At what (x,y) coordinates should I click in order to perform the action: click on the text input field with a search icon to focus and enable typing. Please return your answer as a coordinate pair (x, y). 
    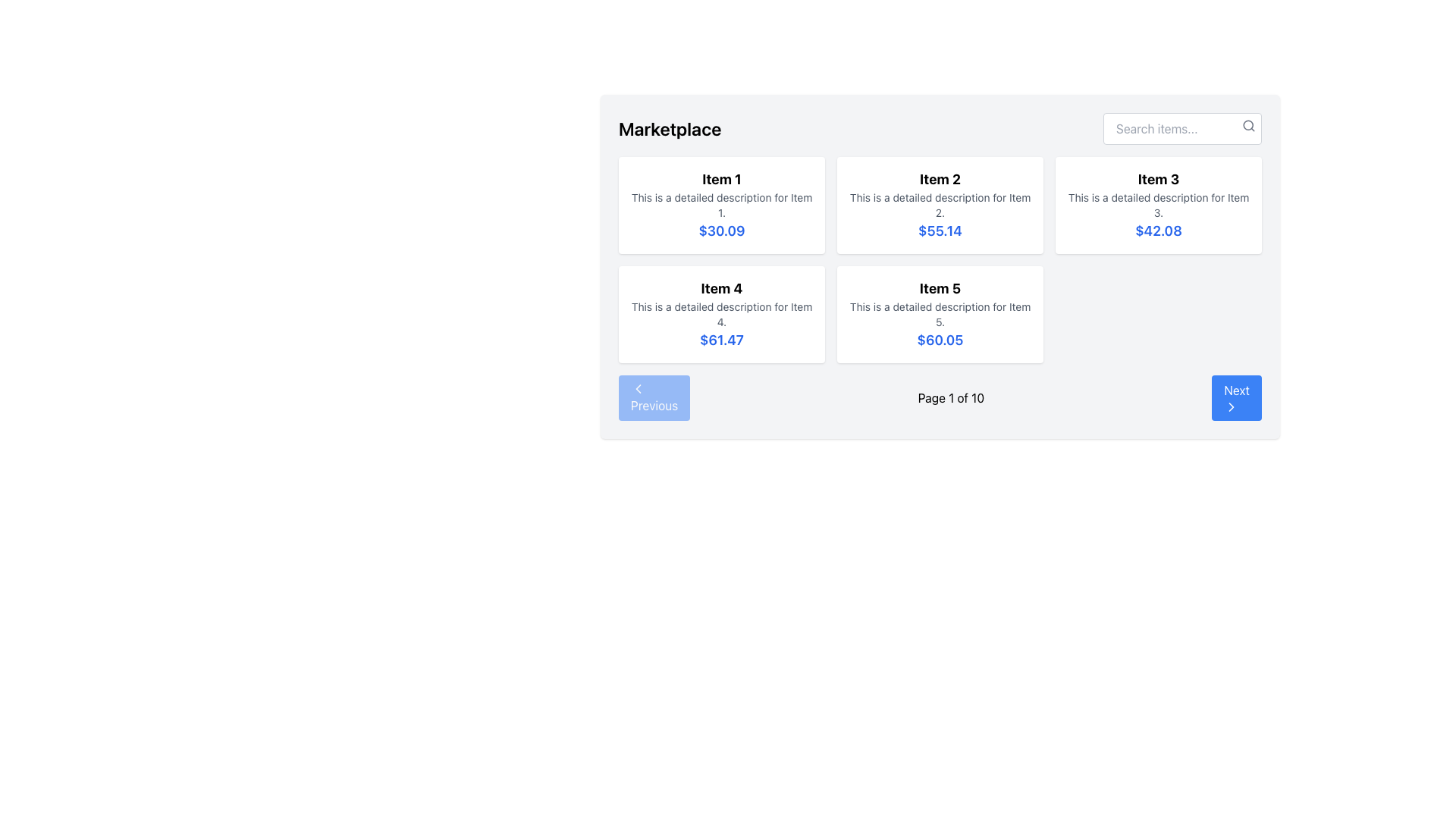
    Looking at the image, I should click on (1181, 127).